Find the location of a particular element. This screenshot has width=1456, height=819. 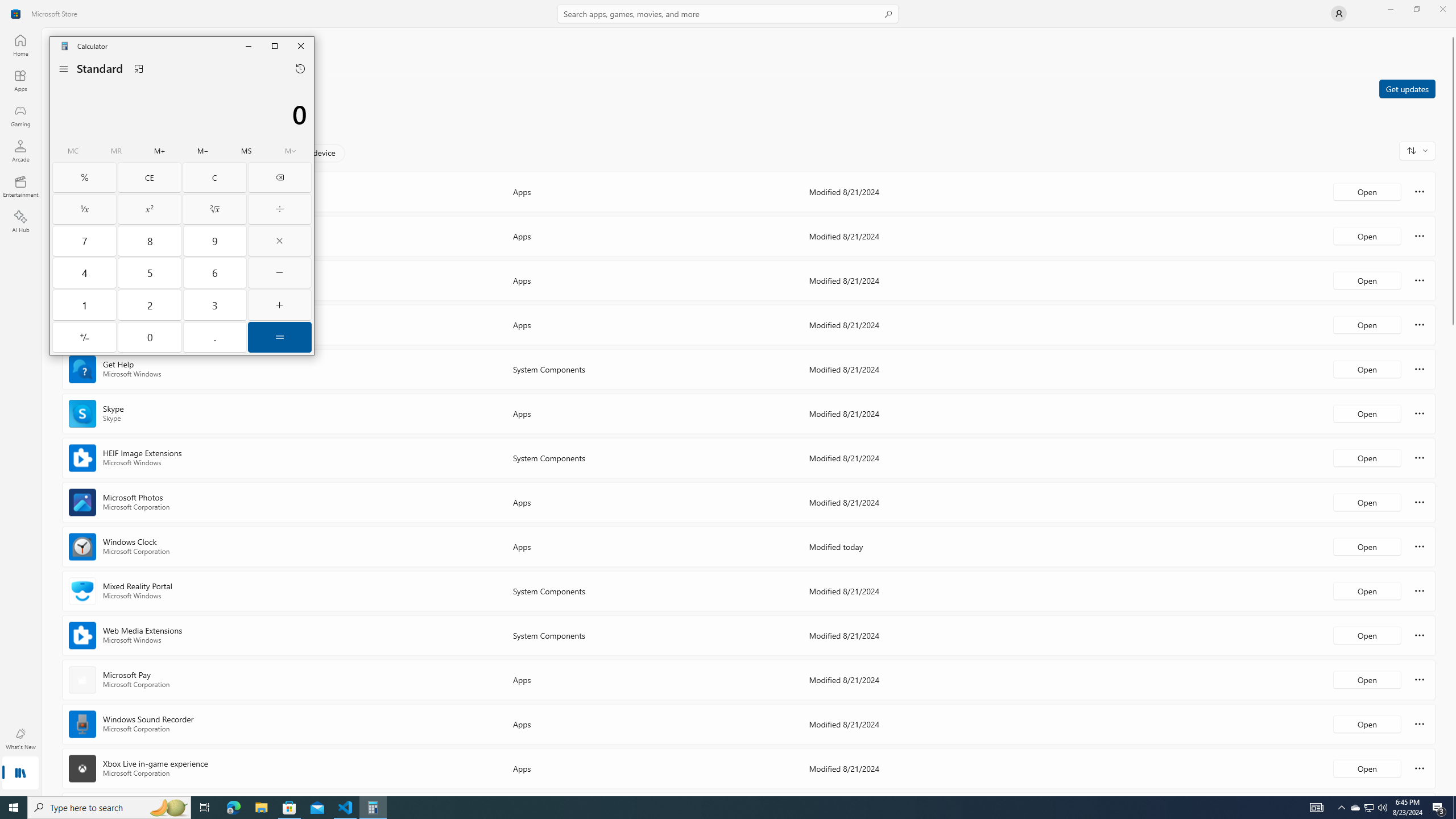

'Vertical Small Increase' is located at coordinates (1451, 792).